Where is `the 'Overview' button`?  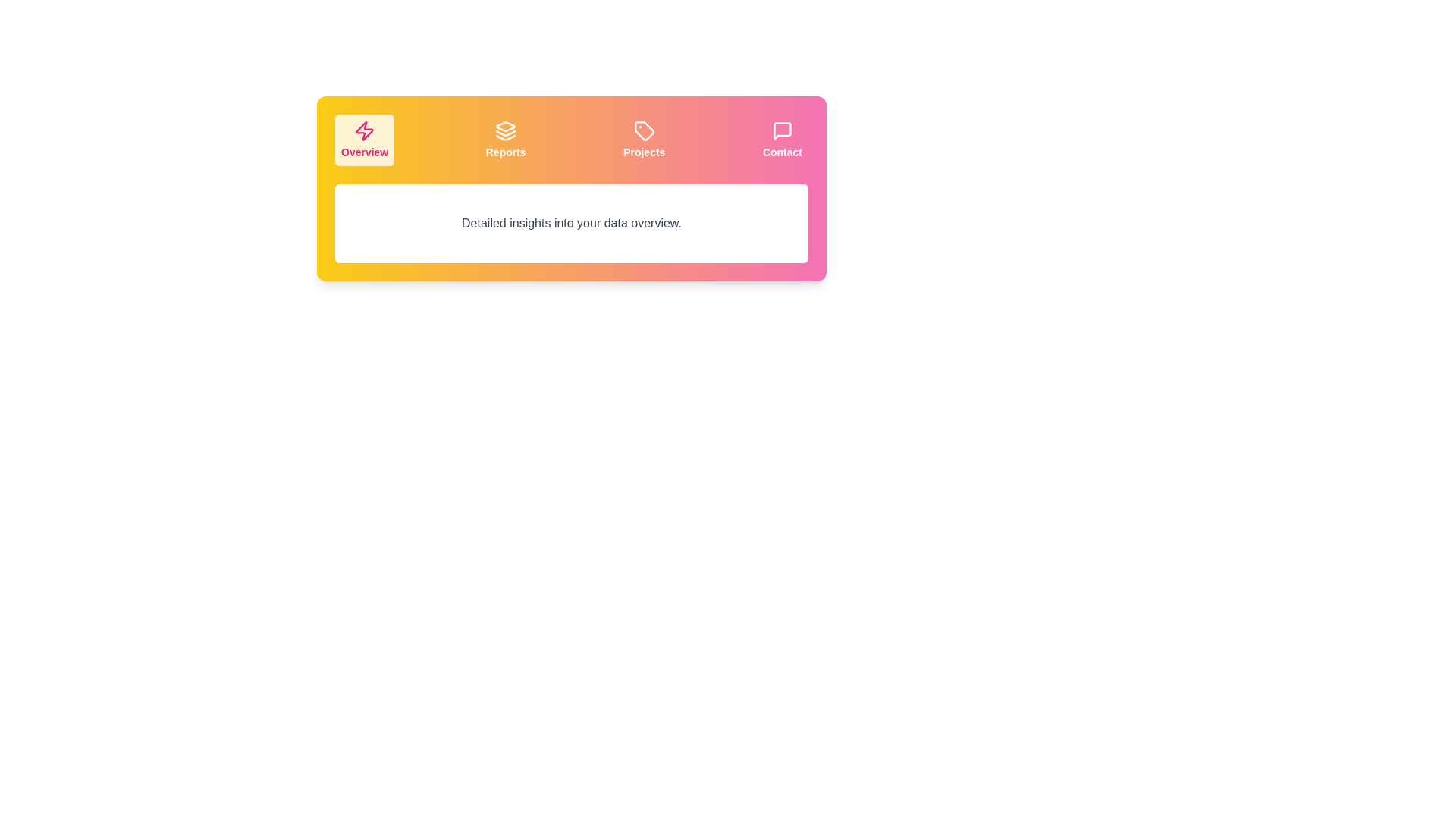 the 'Overview' button is located at coordinates (365, 140).